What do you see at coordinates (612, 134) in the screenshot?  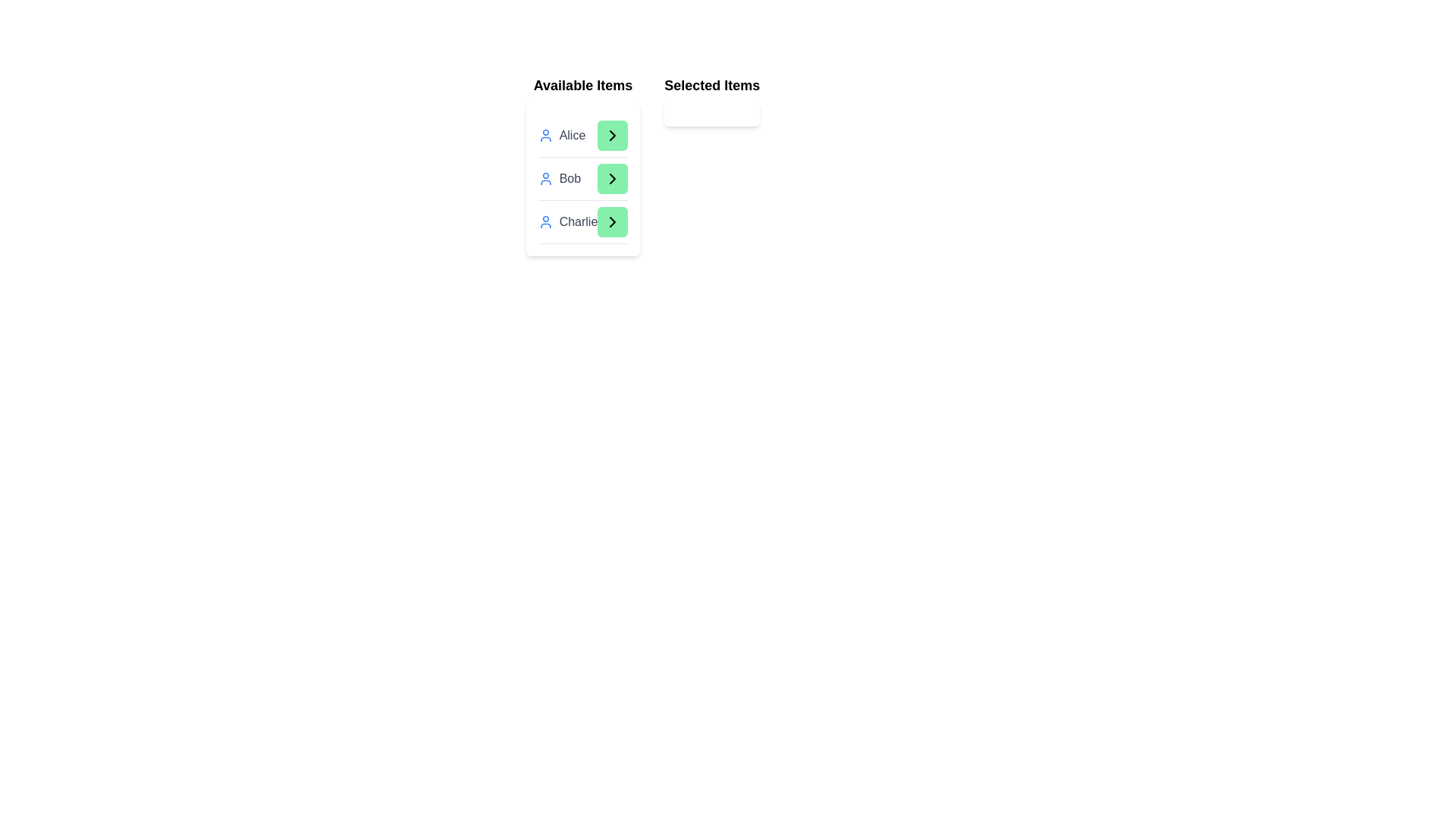 I see `the transfer icon next to Alice to move it to the other list` at bounding box center [612, 134].